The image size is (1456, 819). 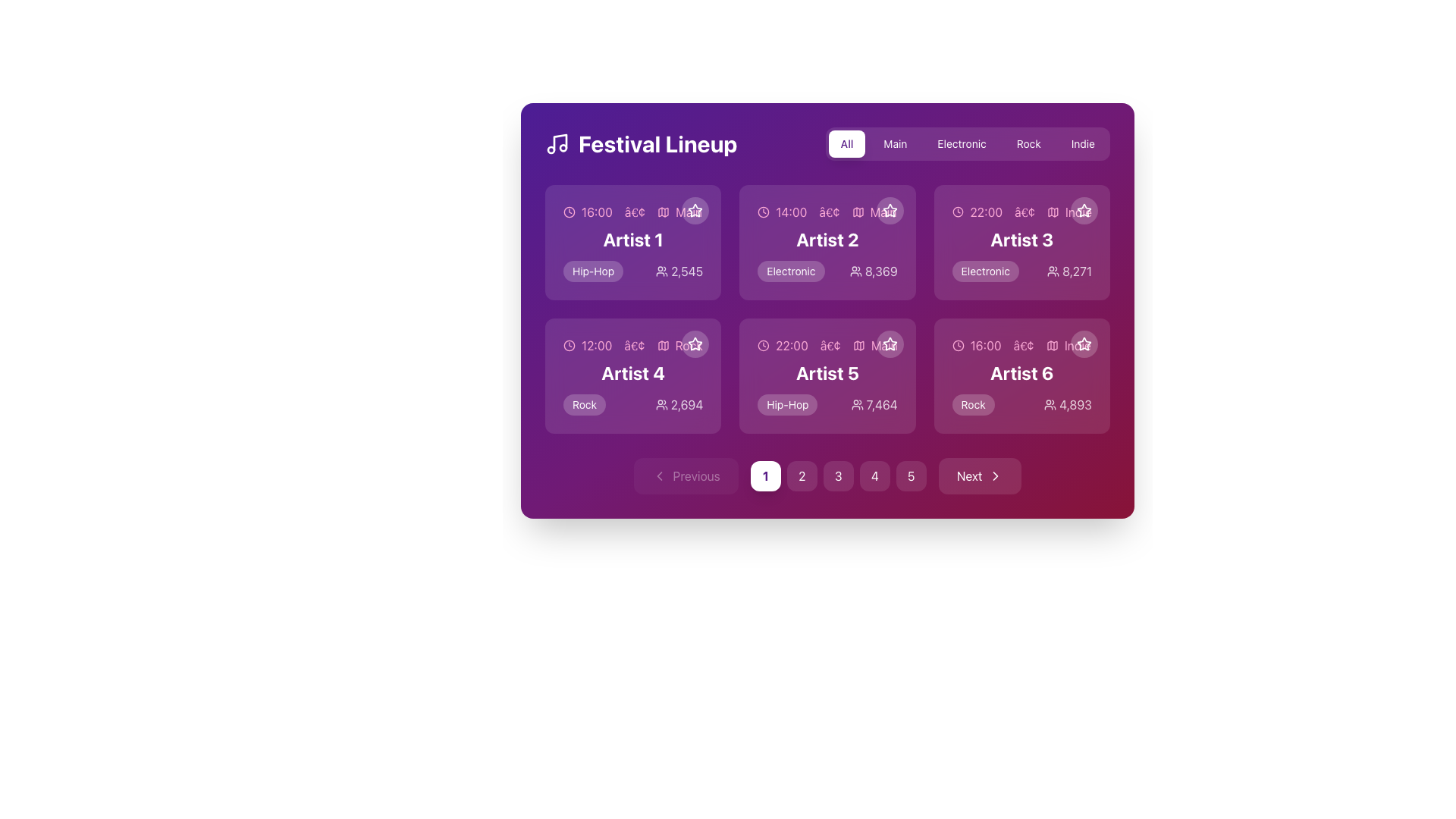 I want to click on small gray icon representing a users group located to the left of the text '8,271' in the event details section for 'Artist 3', so click(x=1053, y=271).